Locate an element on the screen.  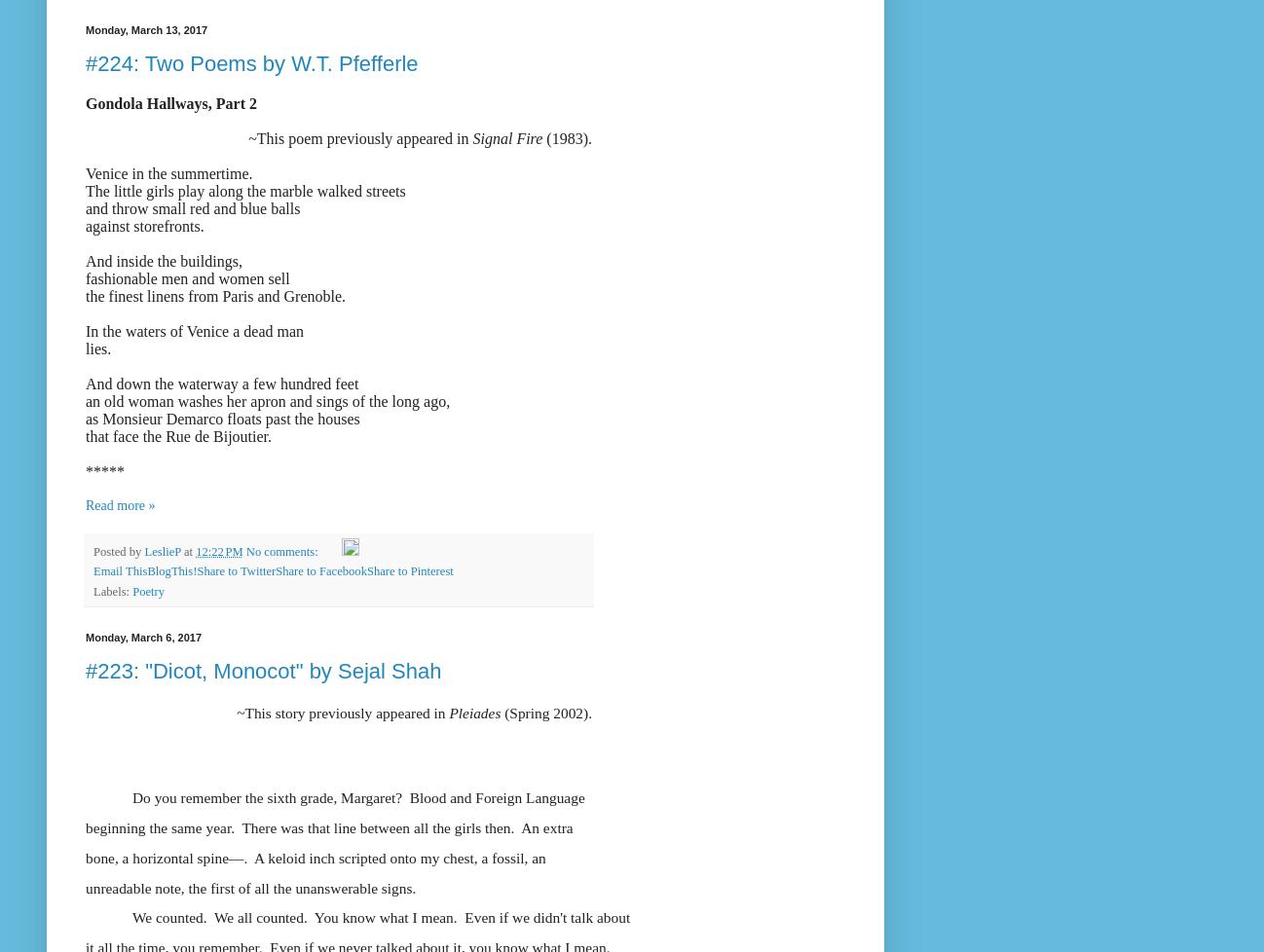
'as Monsieur Demarco floats past the houses' is located at coordinates (222, 418).